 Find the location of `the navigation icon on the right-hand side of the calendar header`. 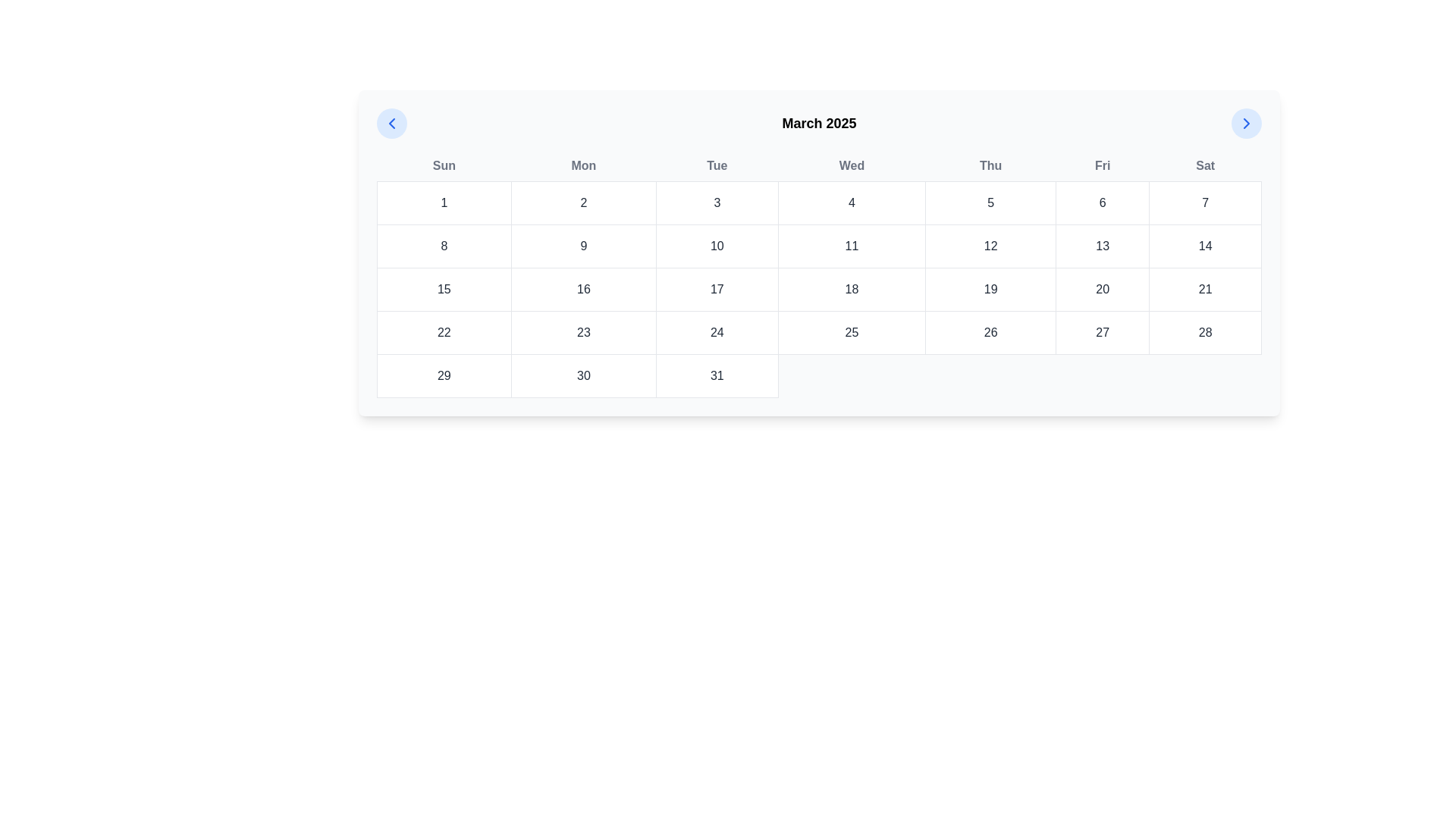

the navigation icon on the right-hand side of the calendar header is located at coordinates (1246, 122).